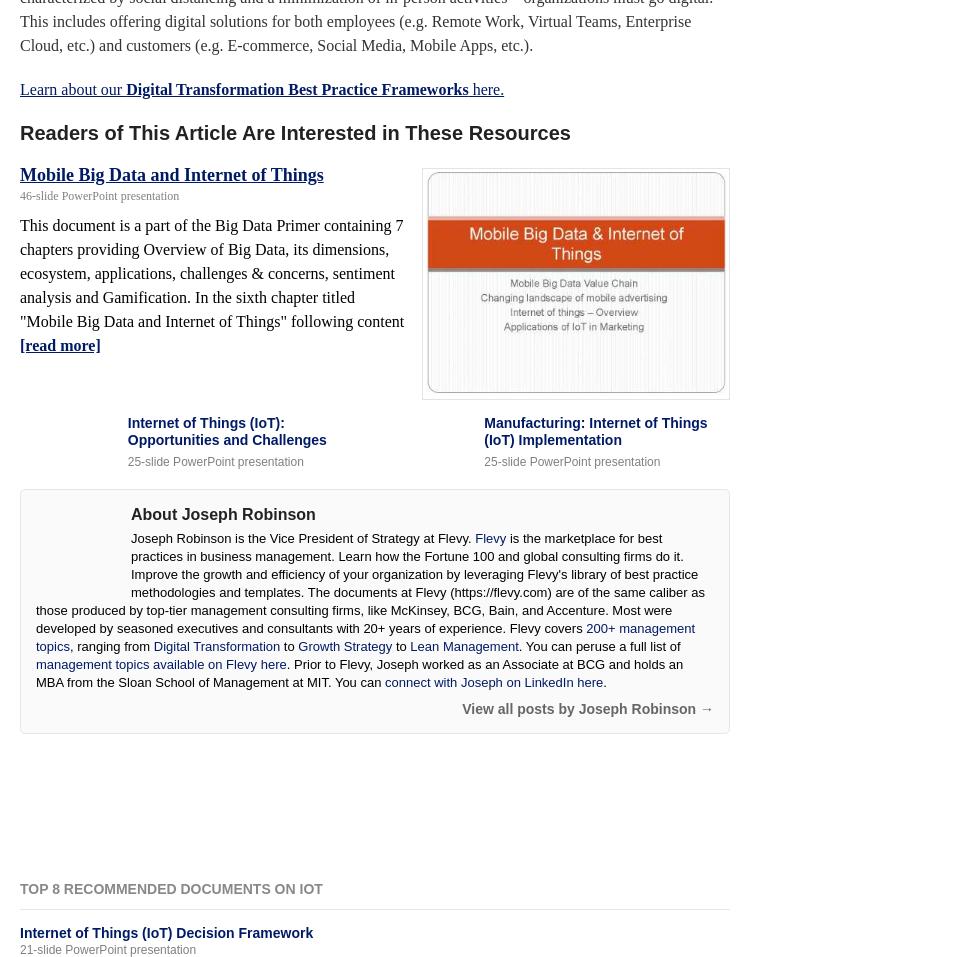  I want to click on 'Lean Management', so click(410, 645).